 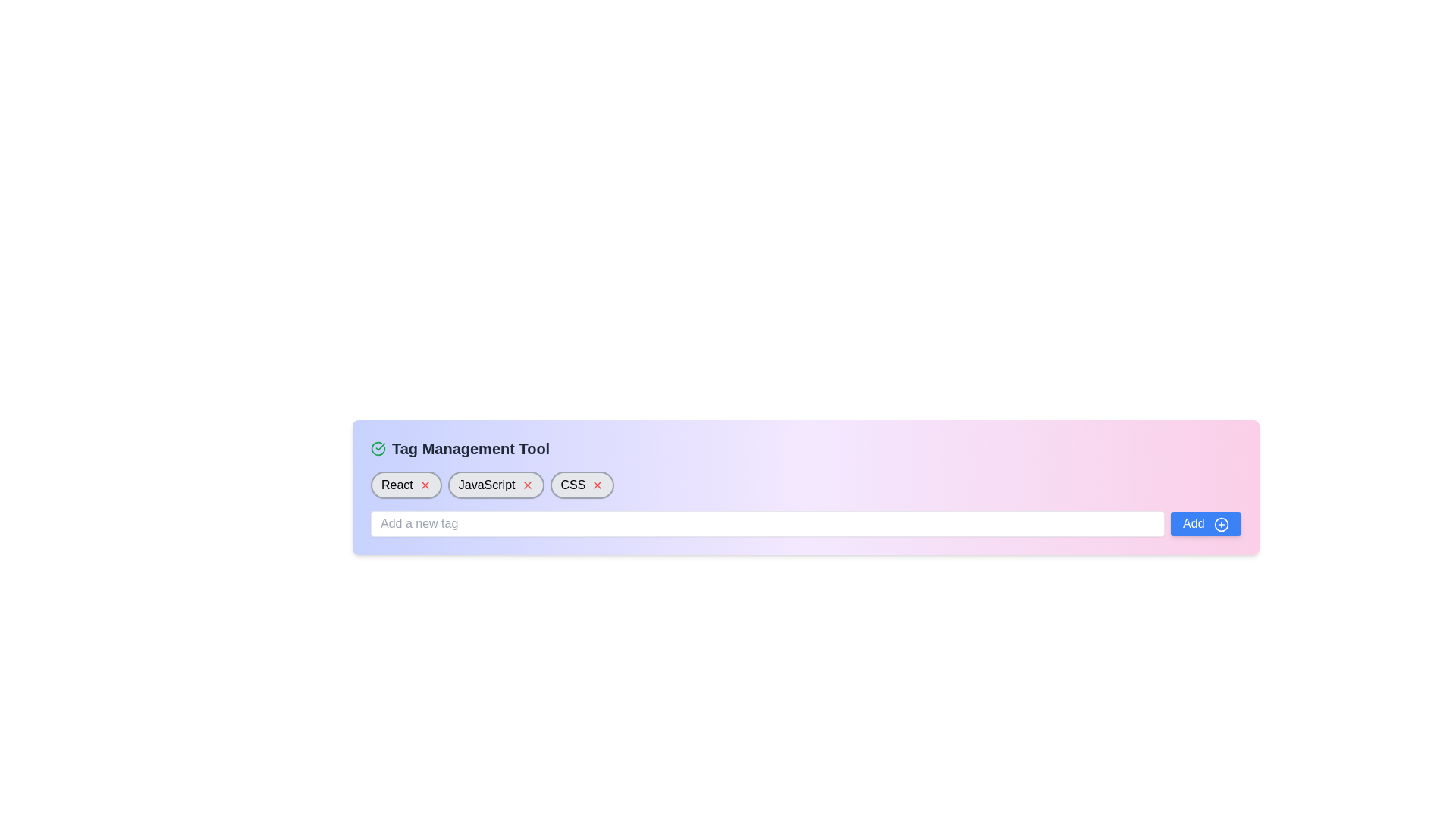 I want to click on the Icon button located to the immediate right of the 'Add' button, which serves as an indicator for adding new items, so click(x=1222, y=522).